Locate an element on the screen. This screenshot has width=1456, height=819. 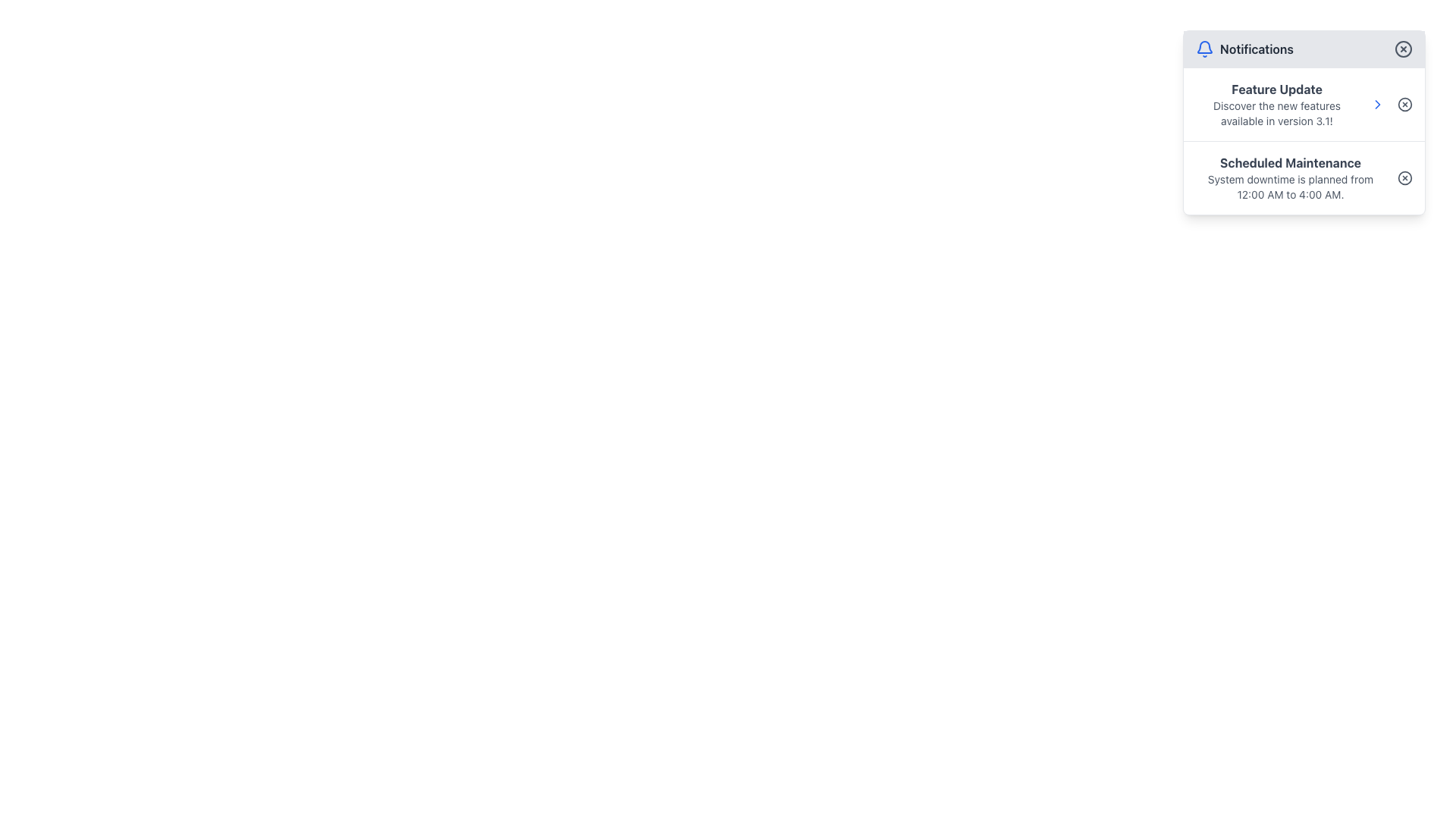
the chevron icon button located is located at coordinates (1378, 104).